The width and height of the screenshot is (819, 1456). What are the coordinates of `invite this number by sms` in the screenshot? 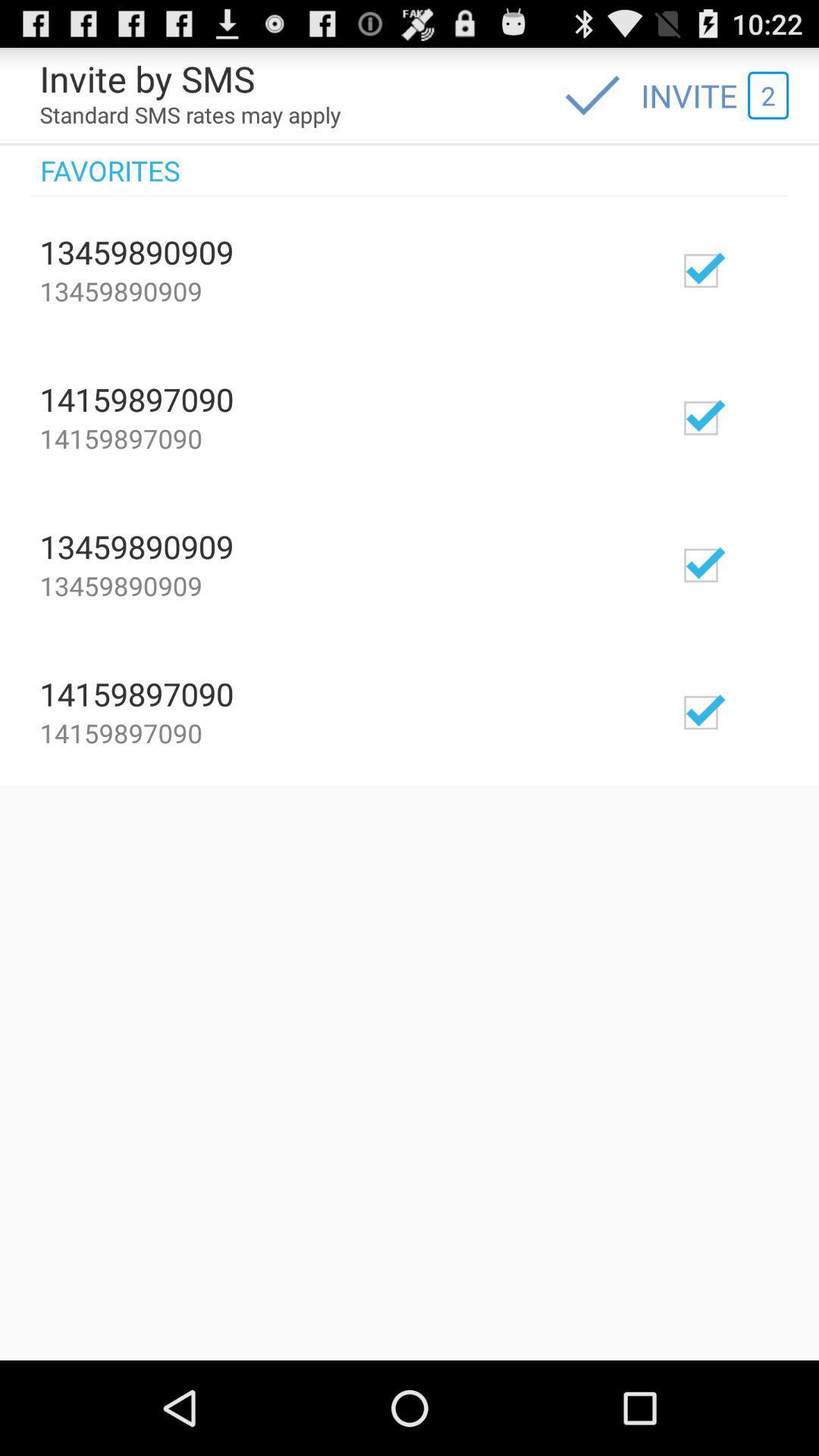 It's located at (745, 416).